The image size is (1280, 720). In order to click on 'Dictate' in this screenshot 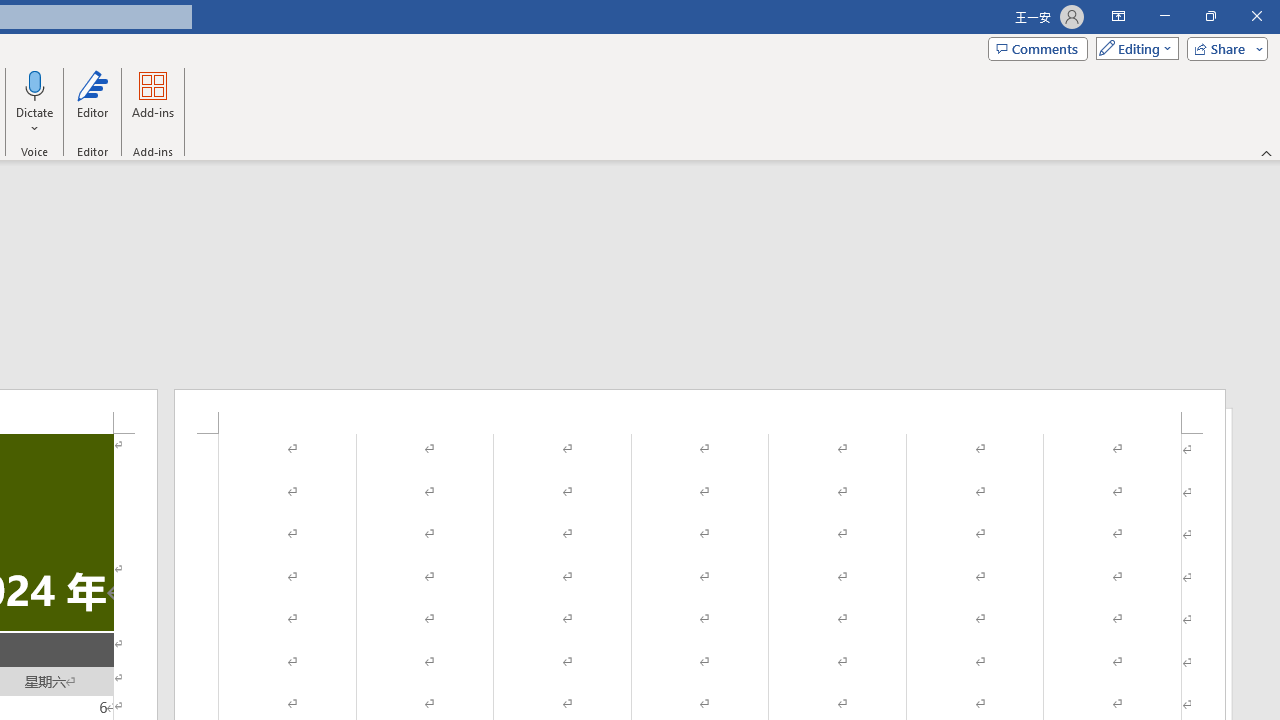, I will do `click(35, 84)`.